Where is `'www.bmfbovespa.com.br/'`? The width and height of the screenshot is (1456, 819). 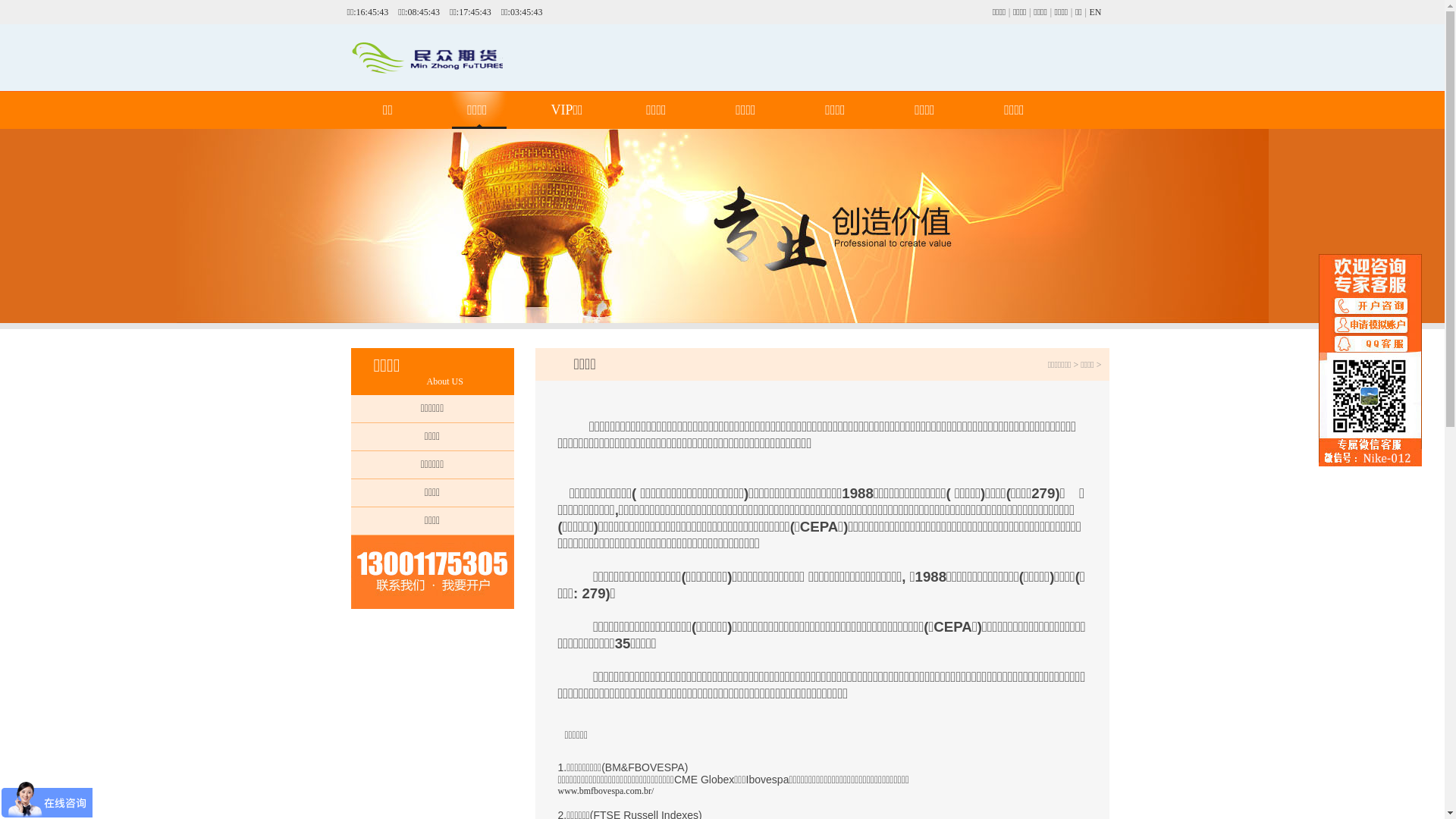 'www.bmfbovespa.com.br/' is located at coordinates (557, 789).